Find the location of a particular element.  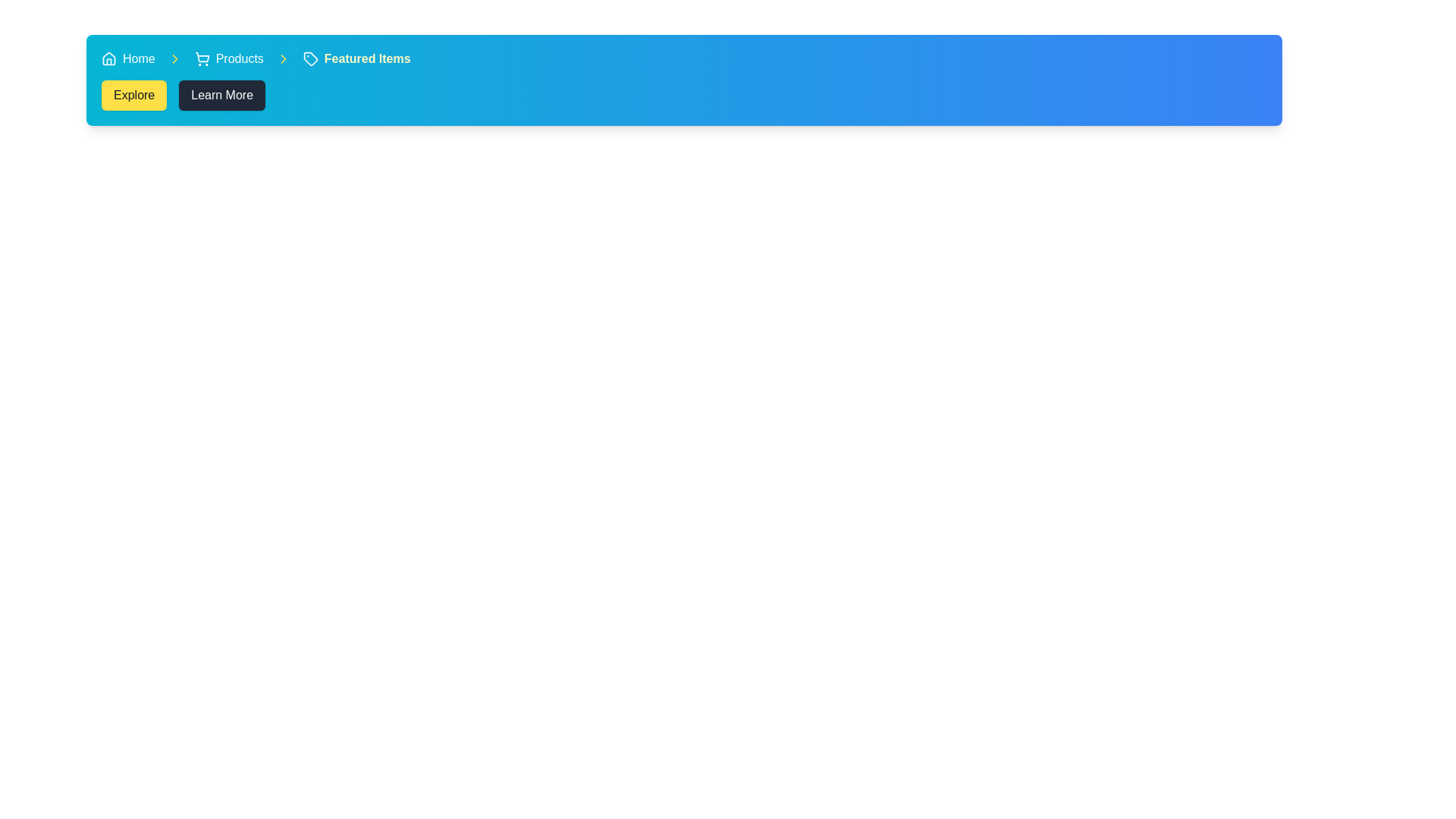

the 'Products' hyperlink located is located at coordinates (239, 58).